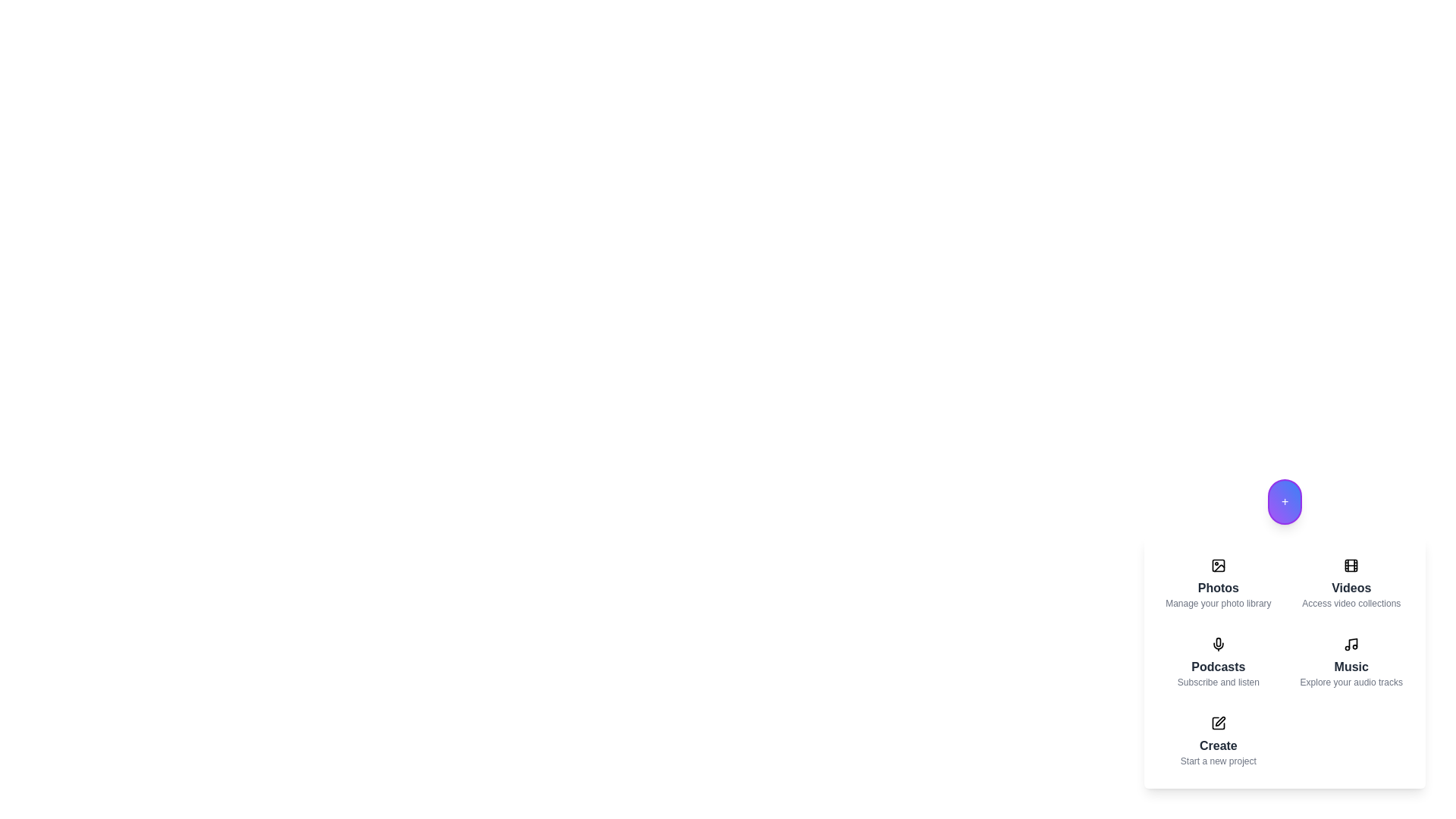  What do you see at coordinates (1218, 662) in the screenshot?
I see `the menu item corresponding to Podcasts` at bounding box center [1218, 662].